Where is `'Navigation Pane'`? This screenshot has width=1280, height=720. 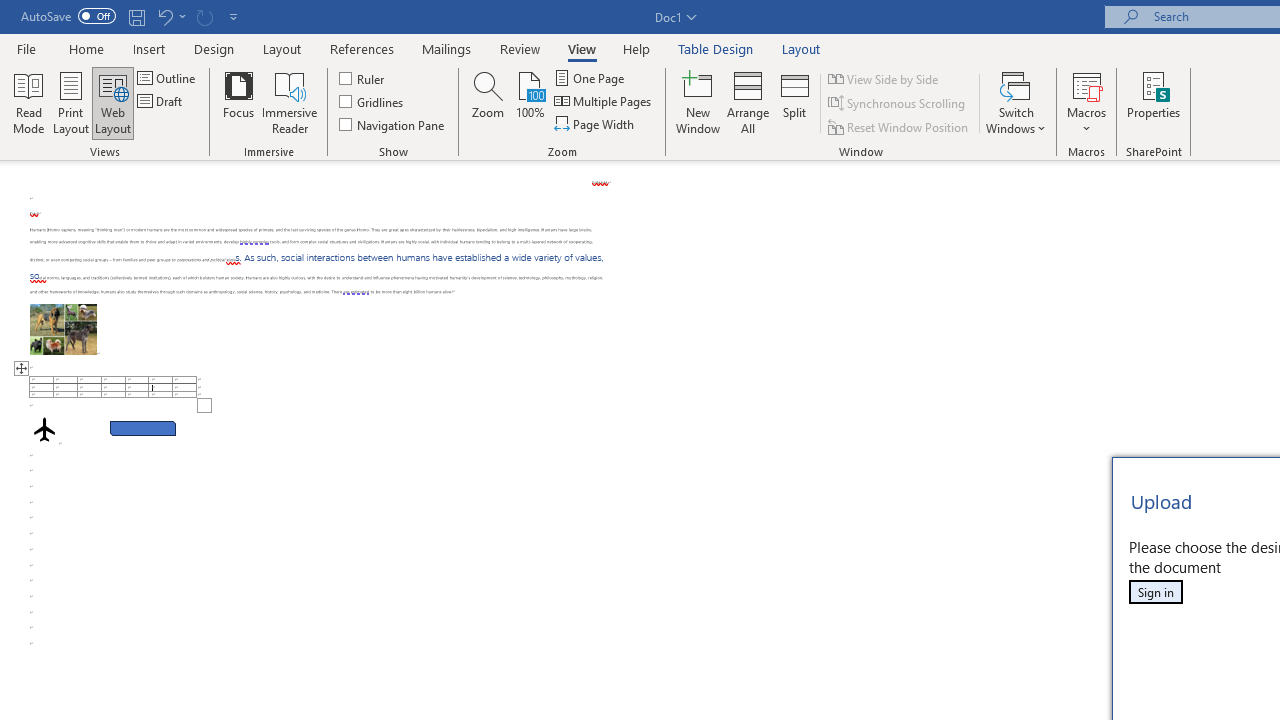
'Navigation Pane' is located at coordinates (392, 124).